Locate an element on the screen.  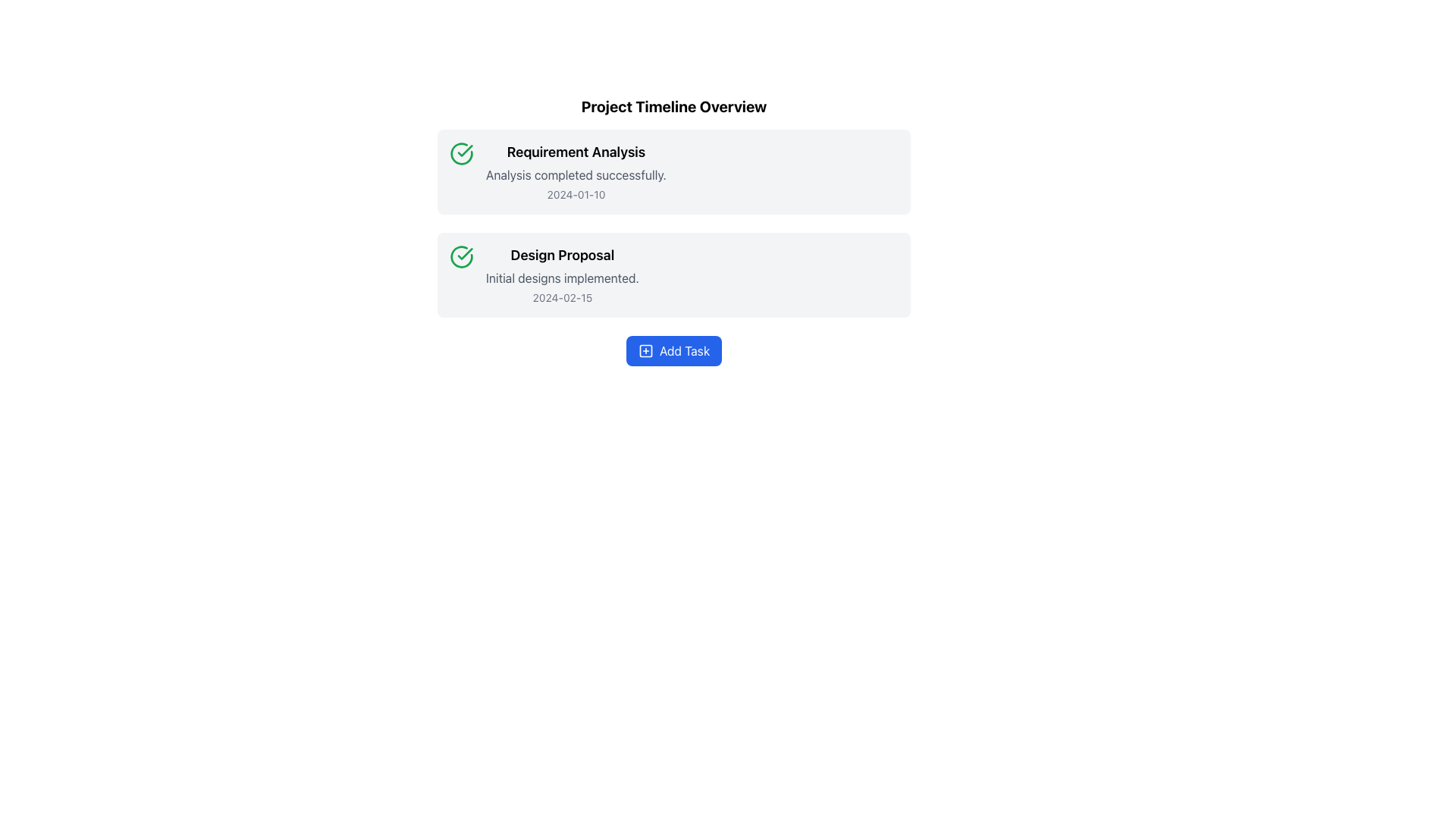
information displayed in the Text Block that summarizes the project phase title, its completion status, and the completion date is located at coordinates (575, 171).